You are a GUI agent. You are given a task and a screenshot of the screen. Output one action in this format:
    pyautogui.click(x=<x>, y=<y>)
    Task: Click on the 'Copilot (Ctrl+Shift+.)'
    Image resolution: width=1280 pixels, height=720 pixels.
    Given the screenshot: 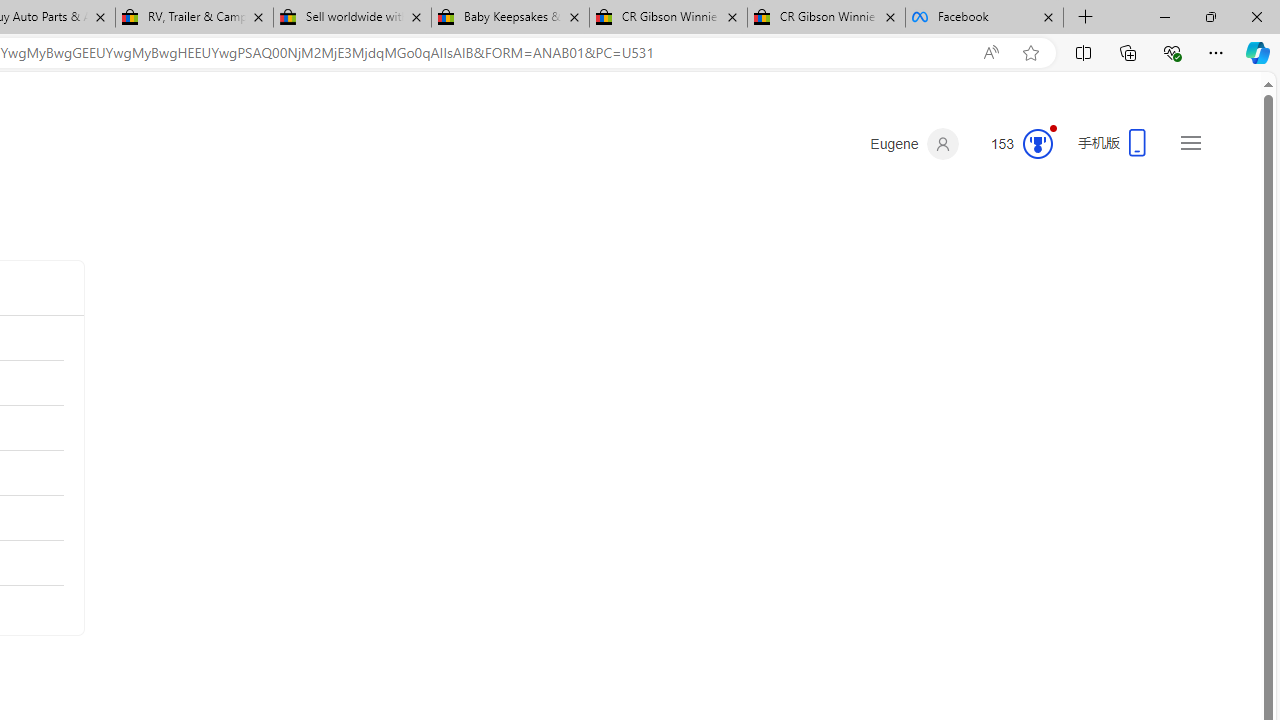 What is the action you would take?
    pyautogui.click(x=1257, y=51)
    